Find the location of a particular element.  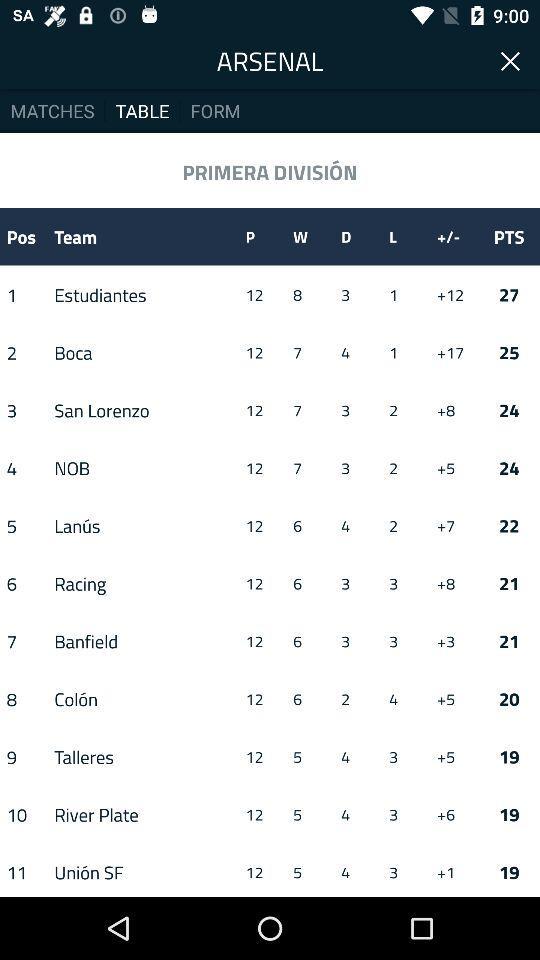

icon to the left of form icon is located at coordinates (141, 110).